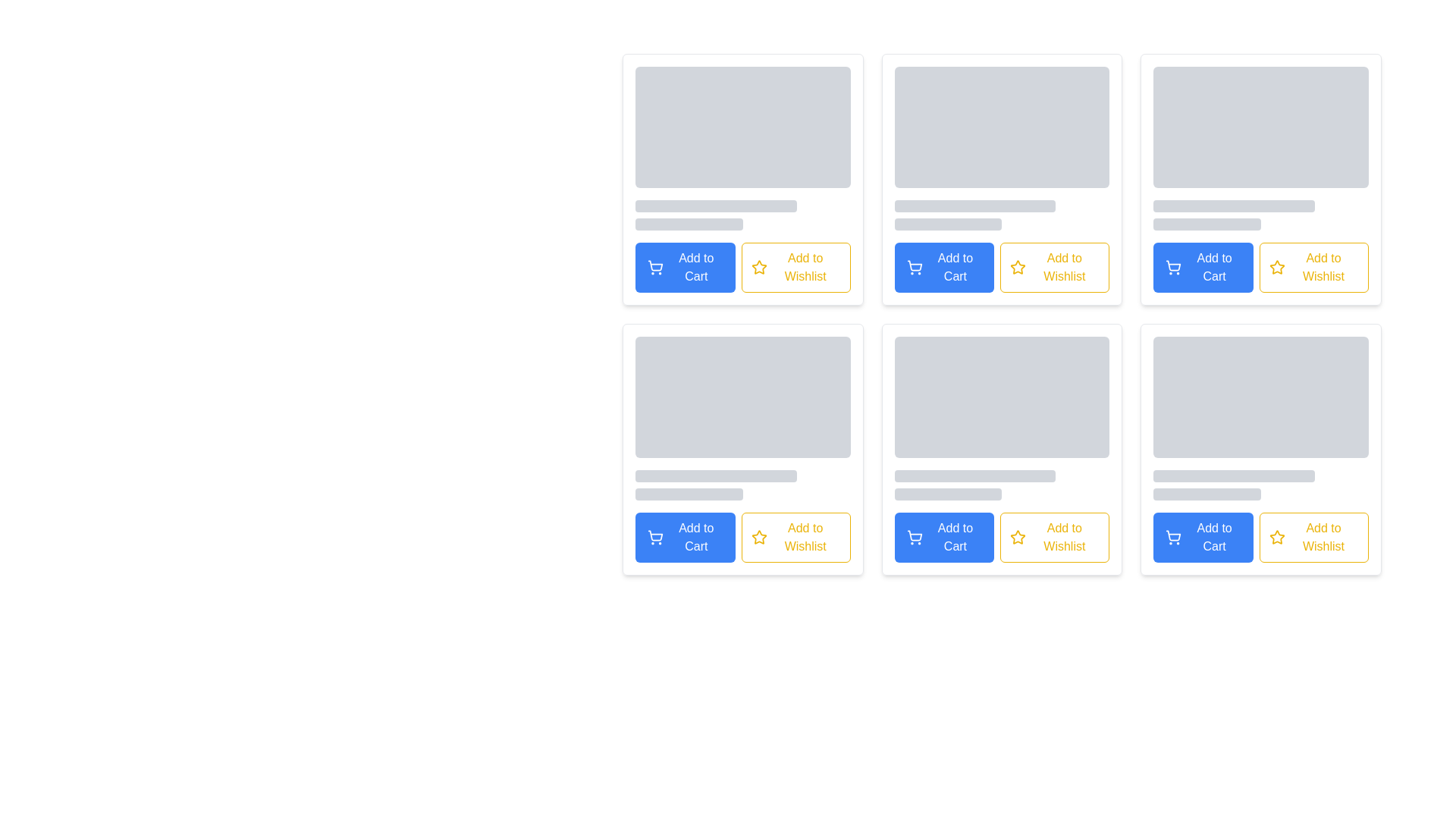  I want to click on the shopping cart icon within the 'Add to Cart' button located at the bottom left of the product card, so click(655, 265).